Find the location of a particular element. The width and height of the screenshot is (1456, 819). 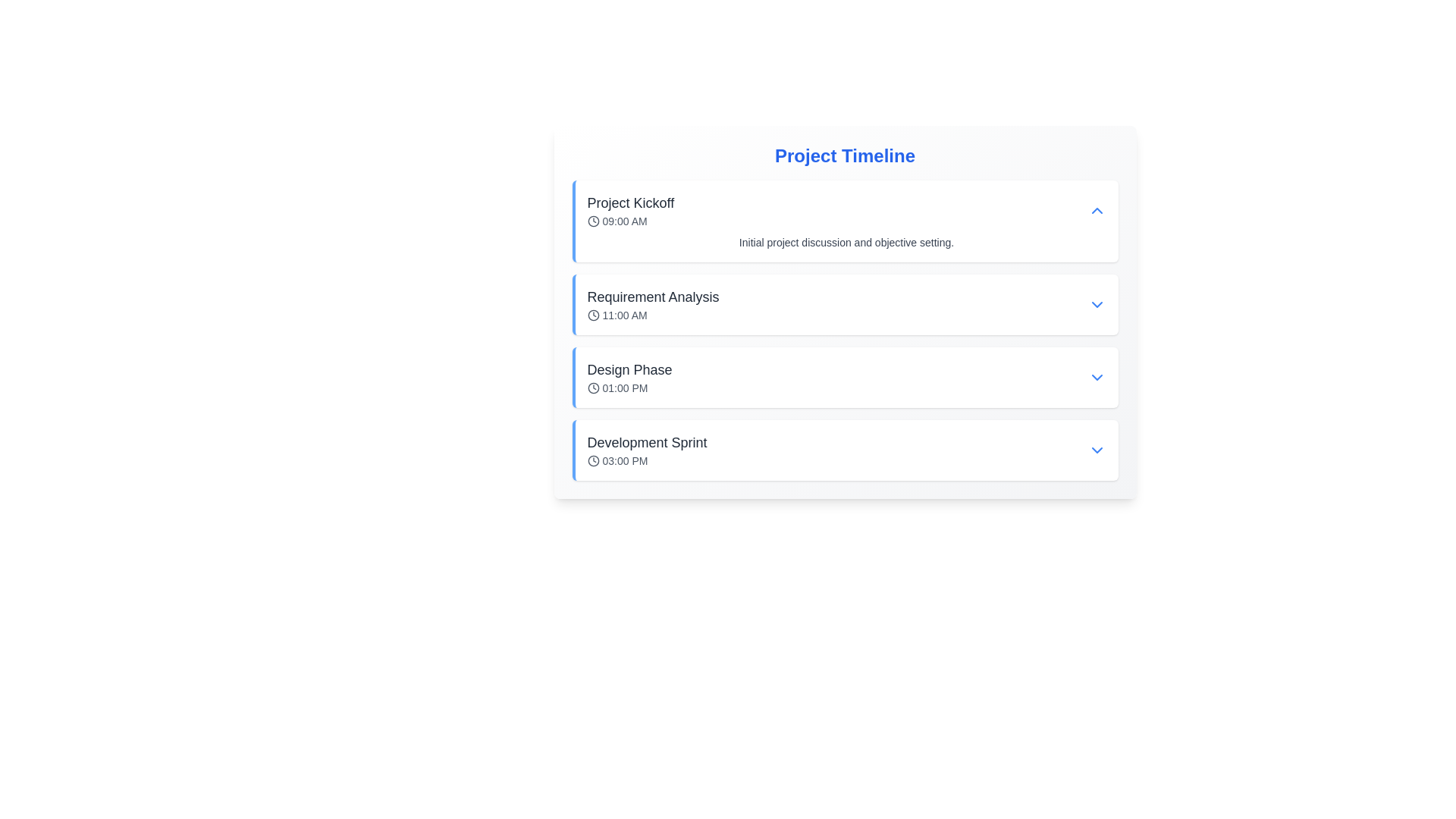

the third Collapsible timeline item in the 'Project Timeline' section is located at coordinates (844, 376).